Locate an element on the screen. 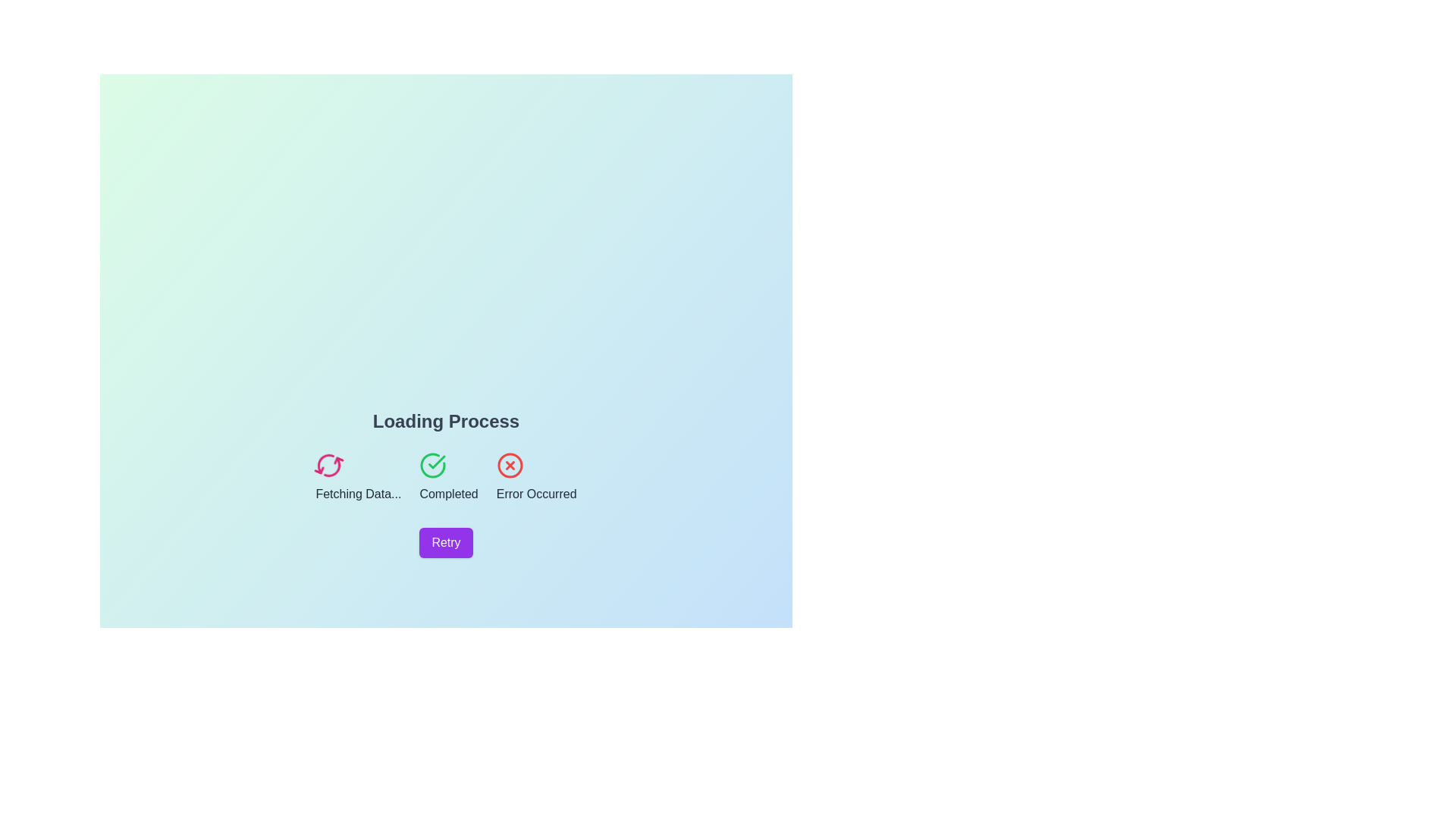  the 'Retry' button located at the bottom-middle section of the layout is located at coordinates (445, 542).